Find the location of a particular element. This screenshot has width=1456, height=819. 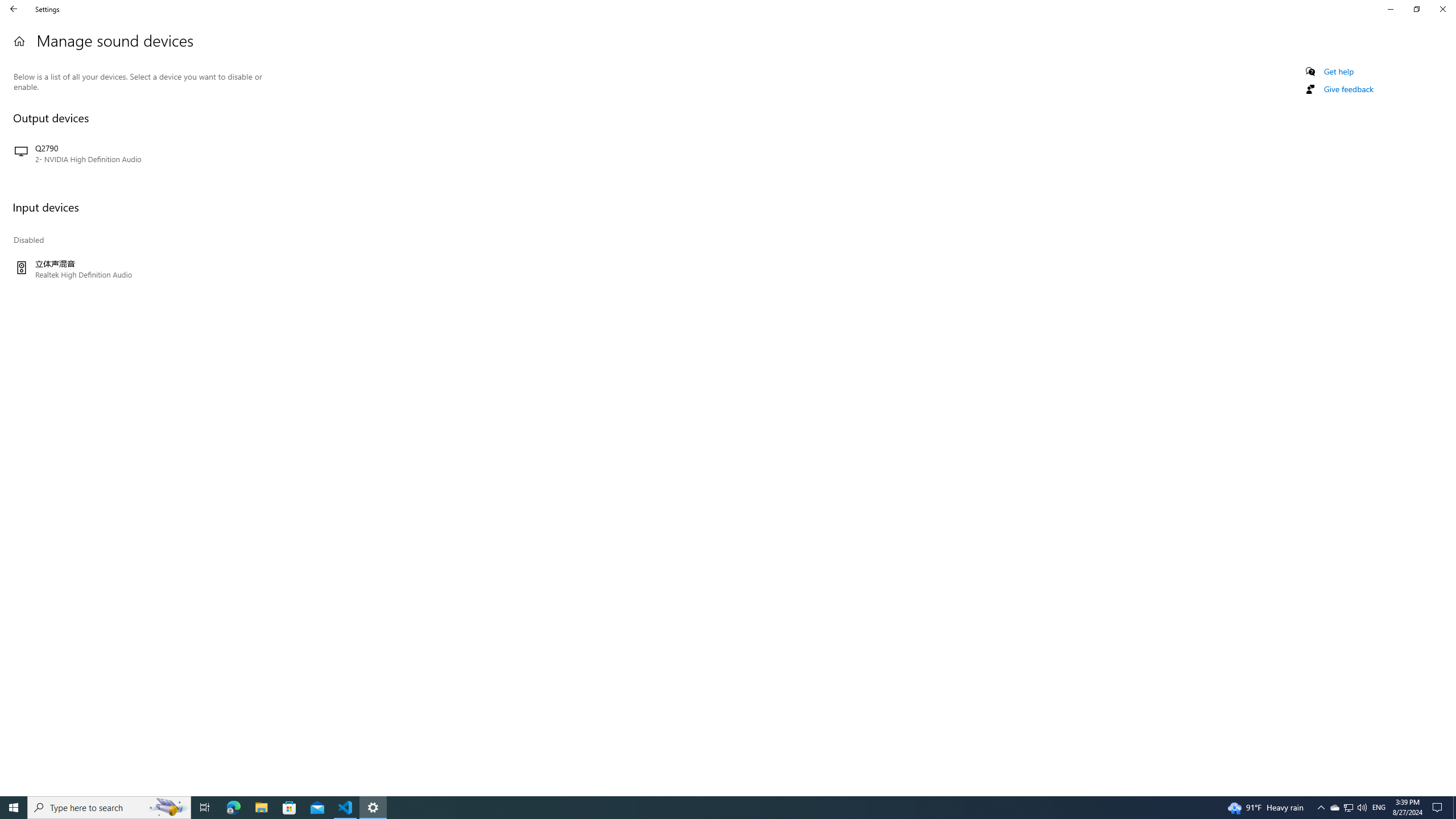

'Q2790 2- NVIDIA High Definition Audio' is located at coordinates (136, 153).